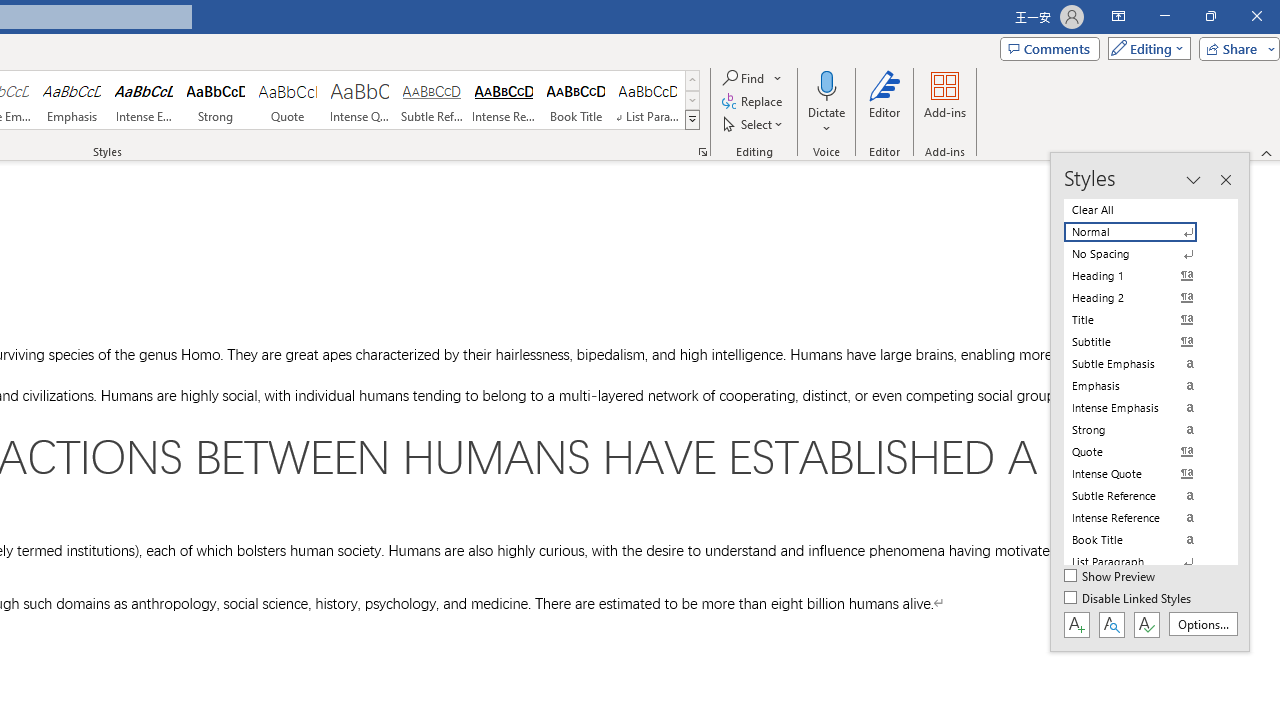 The image size is (1280, 720). Describe the element at coordinates (1142, 561) in the screenshot. I see `'List Paragraph'` at that location.